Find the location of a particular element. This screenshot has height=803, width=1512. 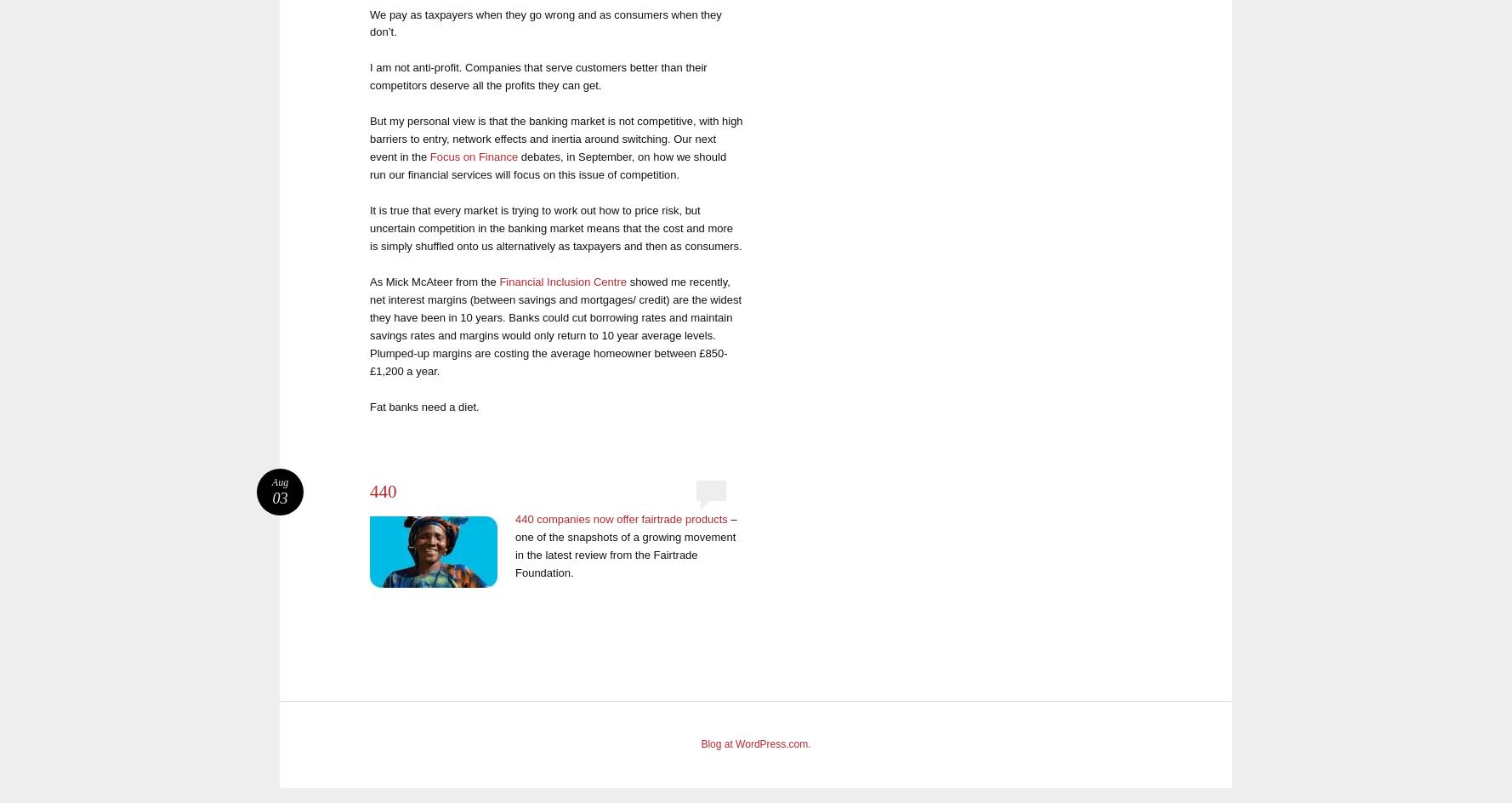

'440' is located at coordinates (370, 491).